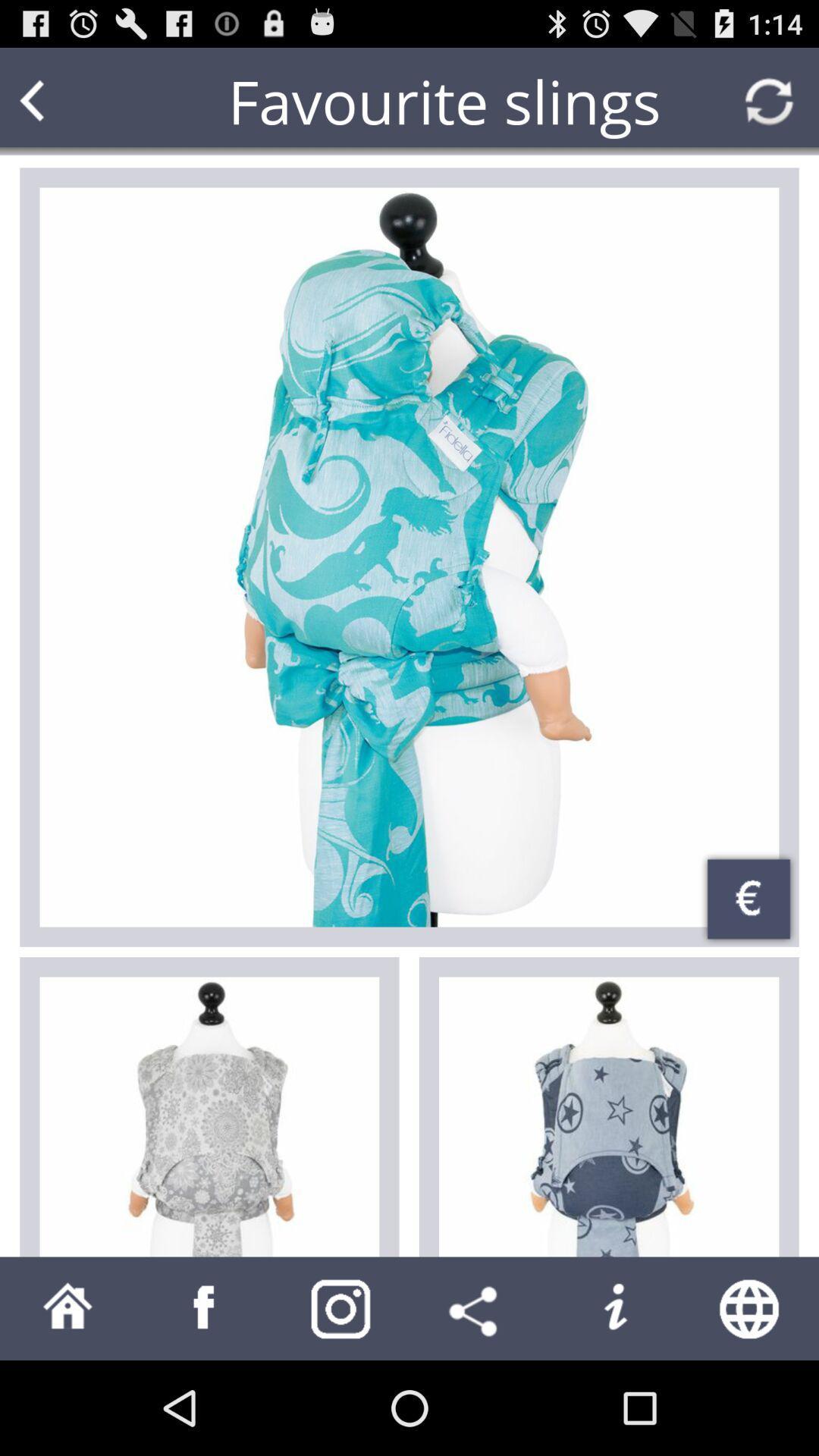  Describe the element at coordinates (205, 1307) in the screenshot. I see `app link` at that location.